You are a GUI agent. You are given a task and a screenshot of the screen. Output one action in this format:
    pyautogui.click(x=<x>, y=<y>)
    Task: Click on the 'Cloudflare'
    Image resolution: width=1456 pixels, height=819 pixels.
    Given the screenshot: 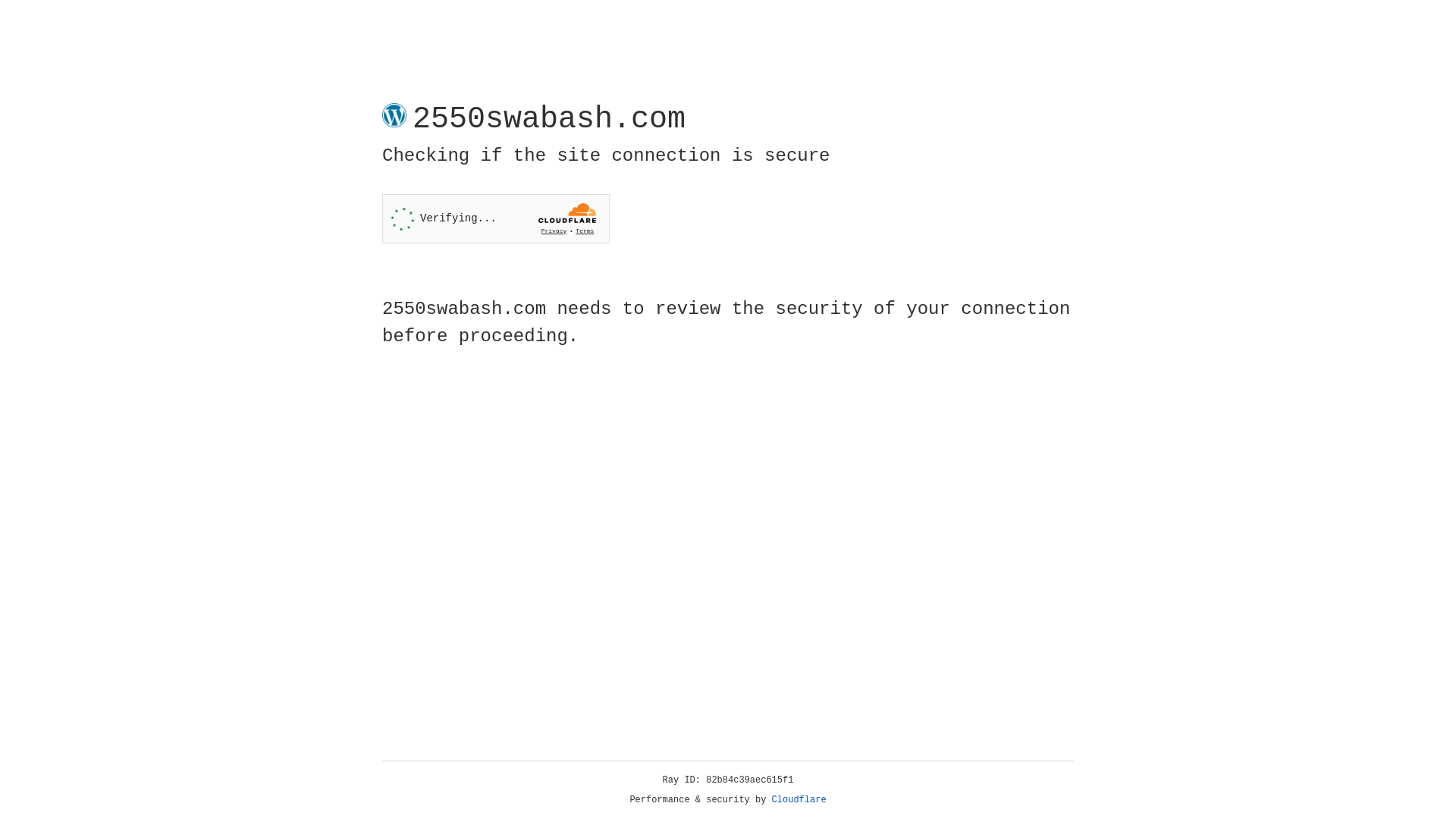 What is the action you would take?
    pyautogui.click(x=799, y=799)
    